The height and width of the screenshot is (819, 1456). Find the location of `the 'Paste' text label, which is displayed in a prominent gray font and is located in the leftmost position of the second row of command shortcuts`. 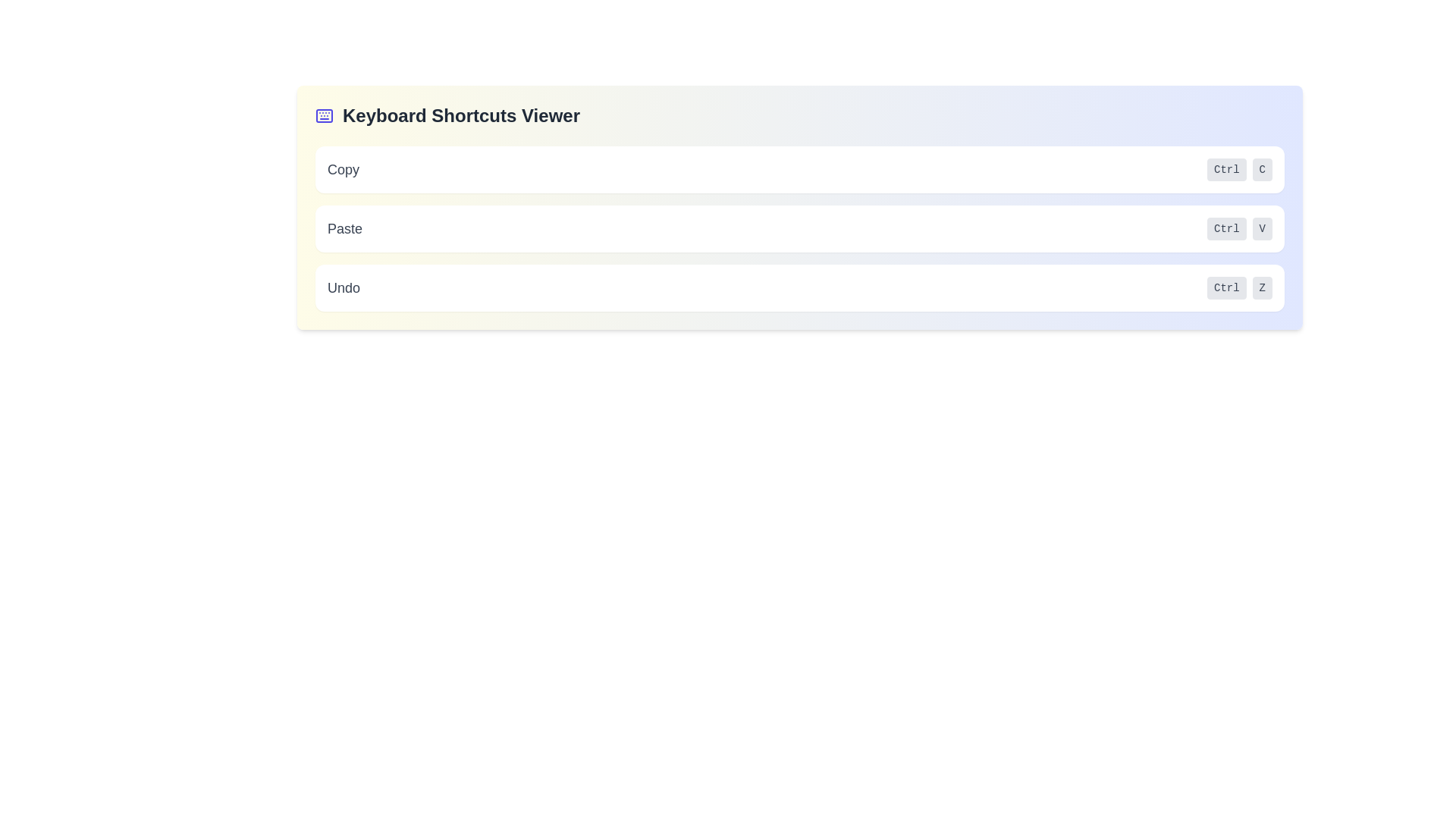

the 'Paste' text label, which is displayed in a prominent gray font and is located in the leftmost position of the second row of command shortcuts is located at coordinates (344, 228).